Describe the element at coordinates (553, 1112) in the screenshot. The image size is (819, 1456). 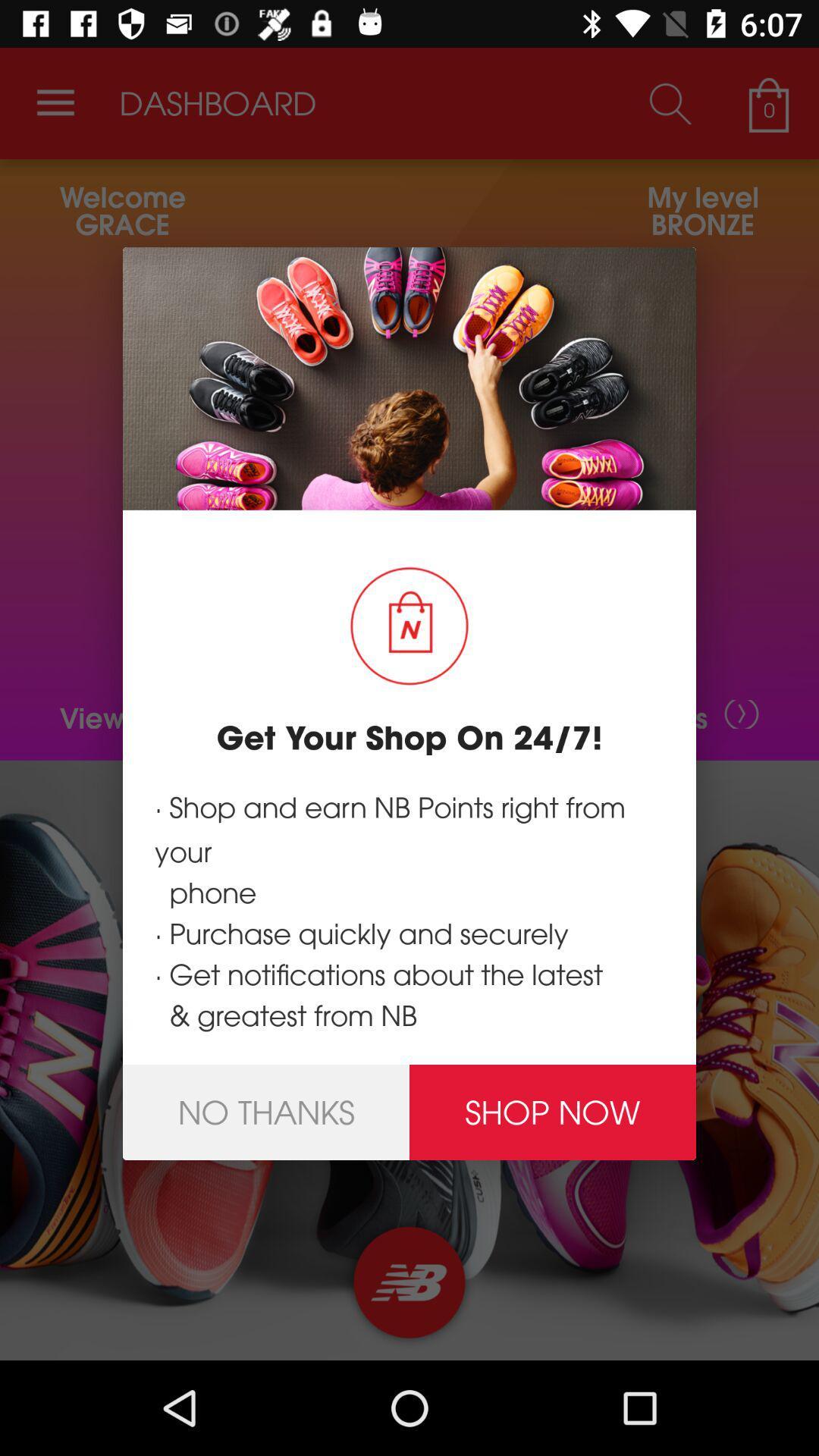
I see `the item below shop and earn item` at that location.